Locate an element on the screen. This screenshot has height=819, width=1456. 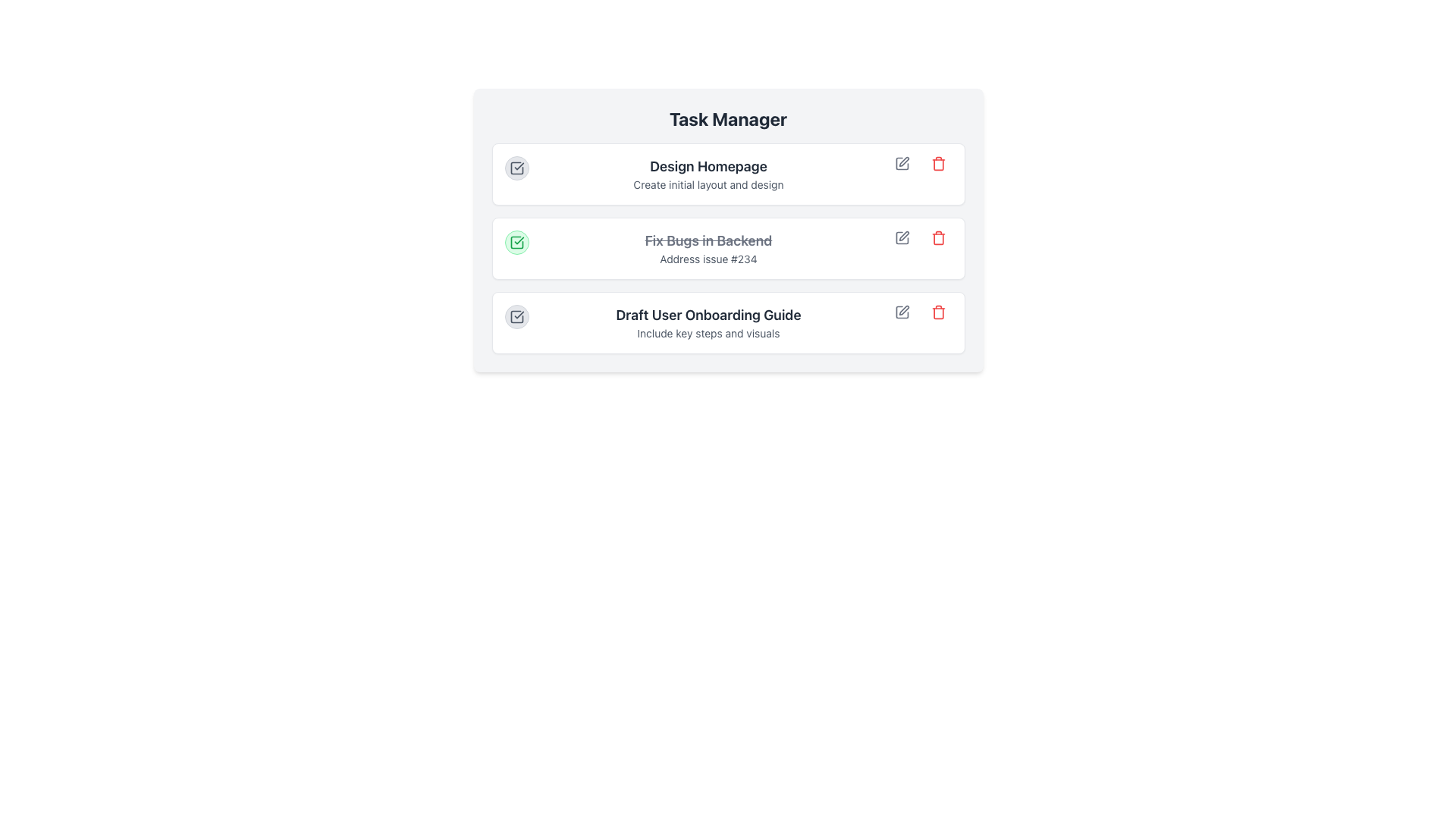
the red trash icon on the right side of the 'Fix Bugs in Backend' task card is located at coordinates (937, 237).